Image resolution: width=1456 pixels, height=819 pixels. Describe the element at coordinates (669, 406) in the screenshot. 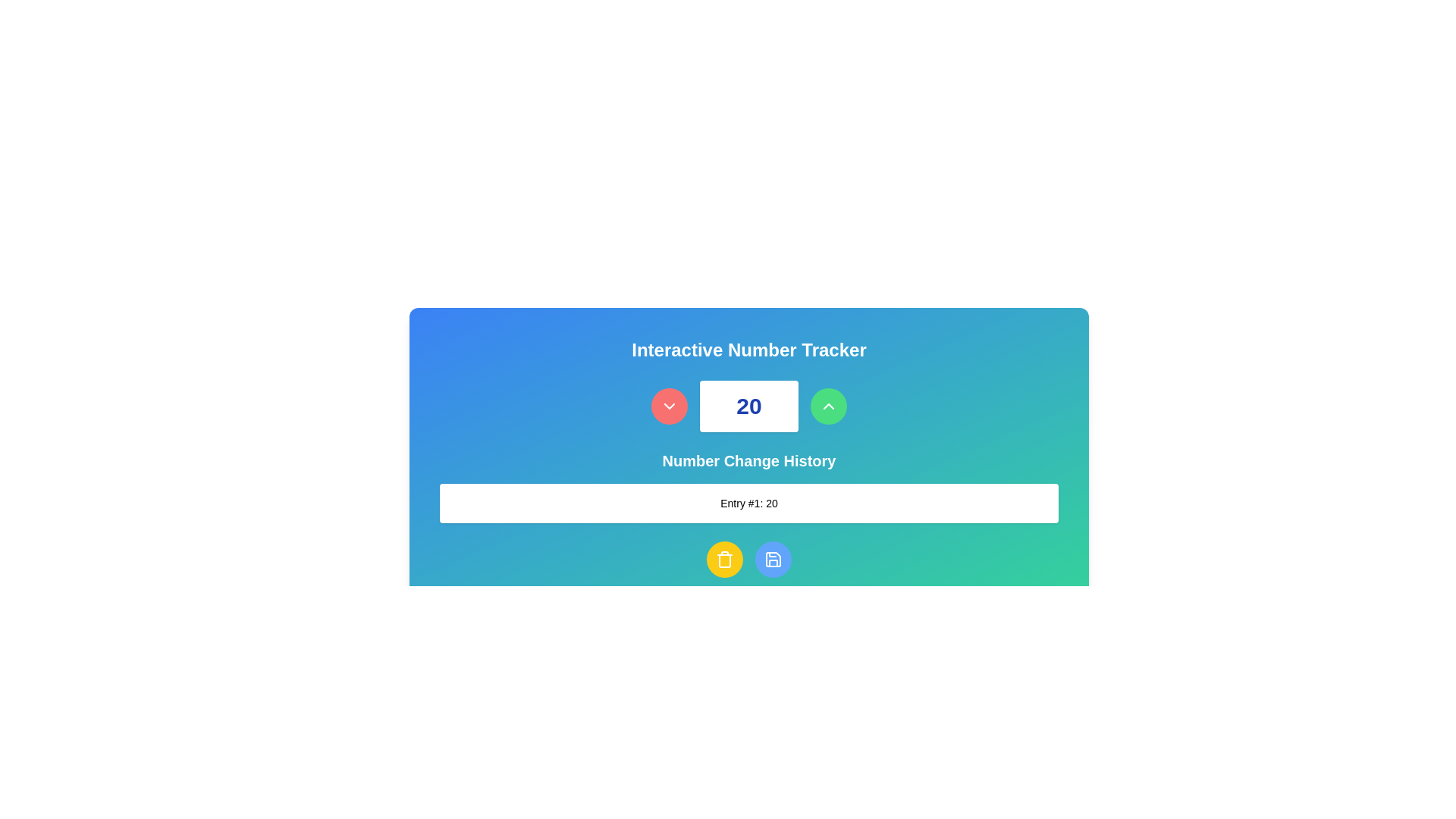

I see `the first button in the group to the left of the number indicator to decrease the displayed numeric value` at that location.